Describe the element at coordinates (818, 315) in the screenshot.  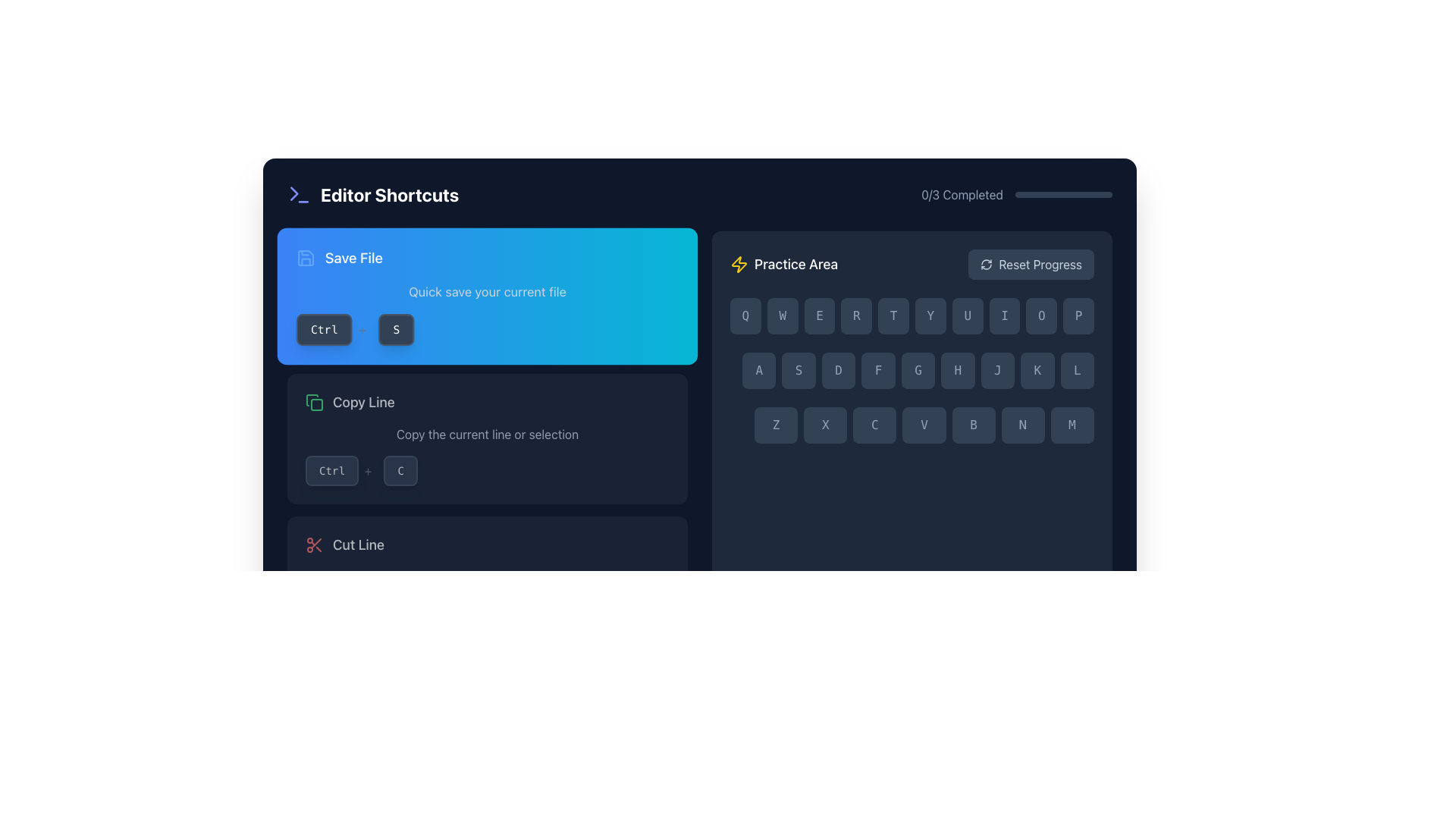
I see `the button that simulates the character 'E' in the QWERTY keyboard layout, specifically the third button from the left` at that location.